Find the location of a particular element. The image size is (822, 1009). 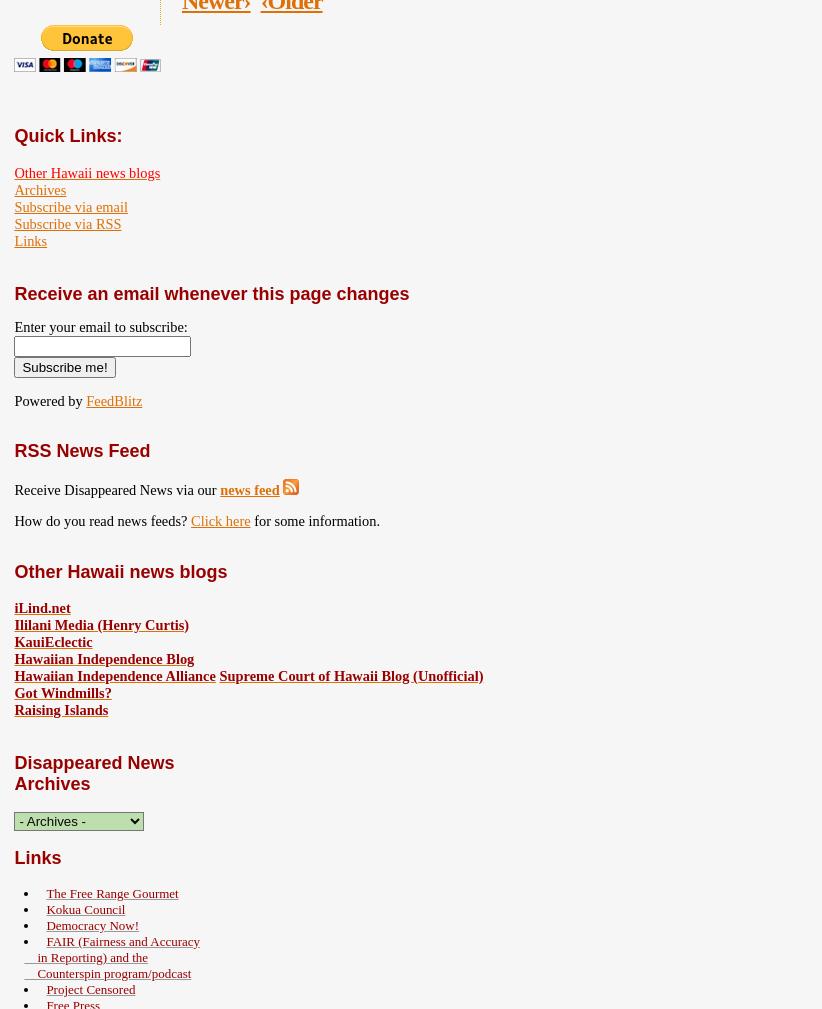

'Receive Disappeared News via our' is located at coordinates (115, 487).